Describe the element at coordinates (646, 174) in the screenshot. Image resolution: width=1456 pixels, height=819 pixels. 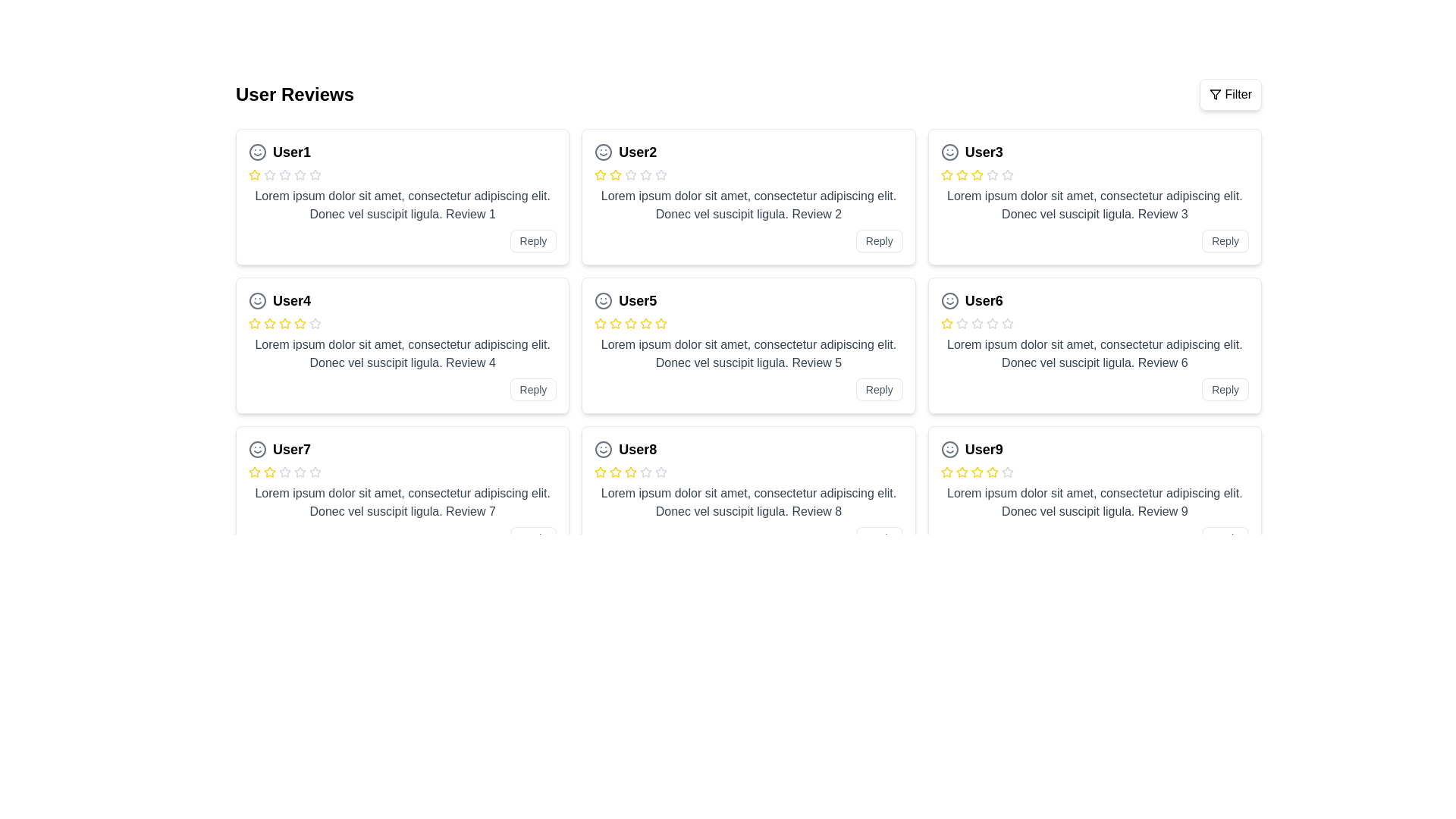
I see `the fourth star in the rating section of the comment card for 'User2', which is styled in light gray and part of a horizontal sequence of five stars` at that location.